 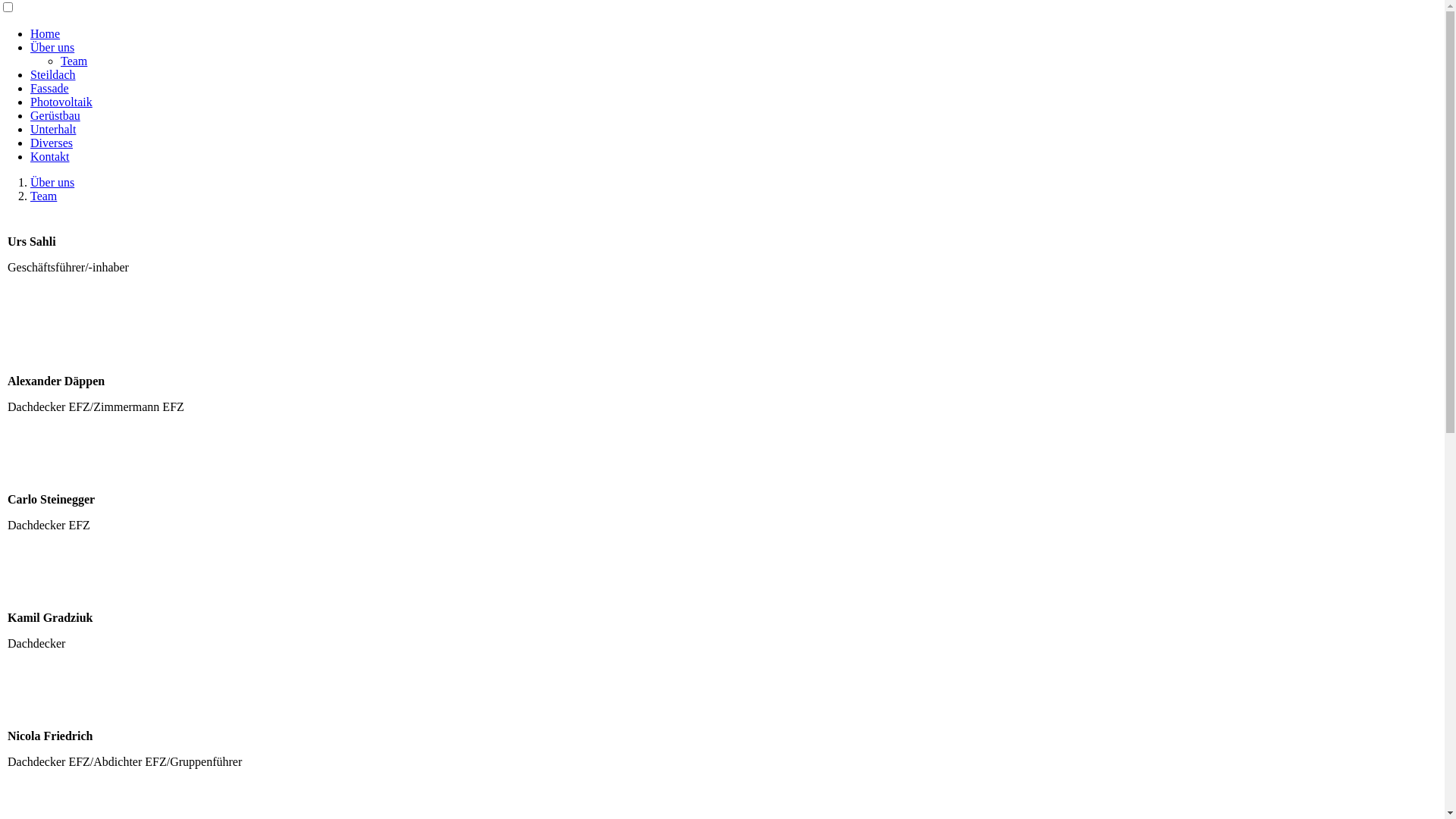 I want to click on 'Team', so click(x=30, y=195).